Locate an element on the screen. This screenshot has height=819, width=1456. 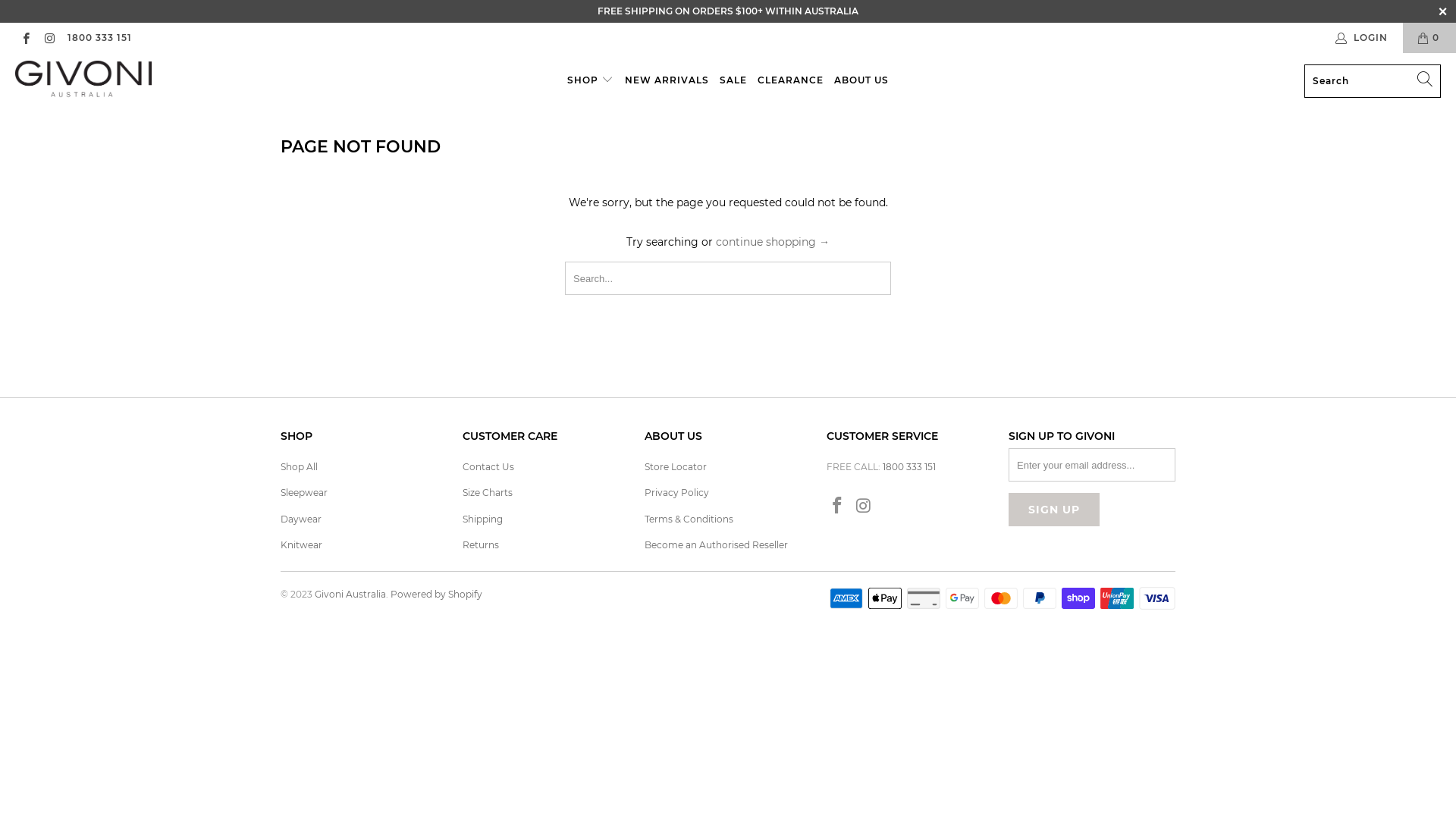
'Givoni Australia on Facebook' is located at coordinates (25, 36).